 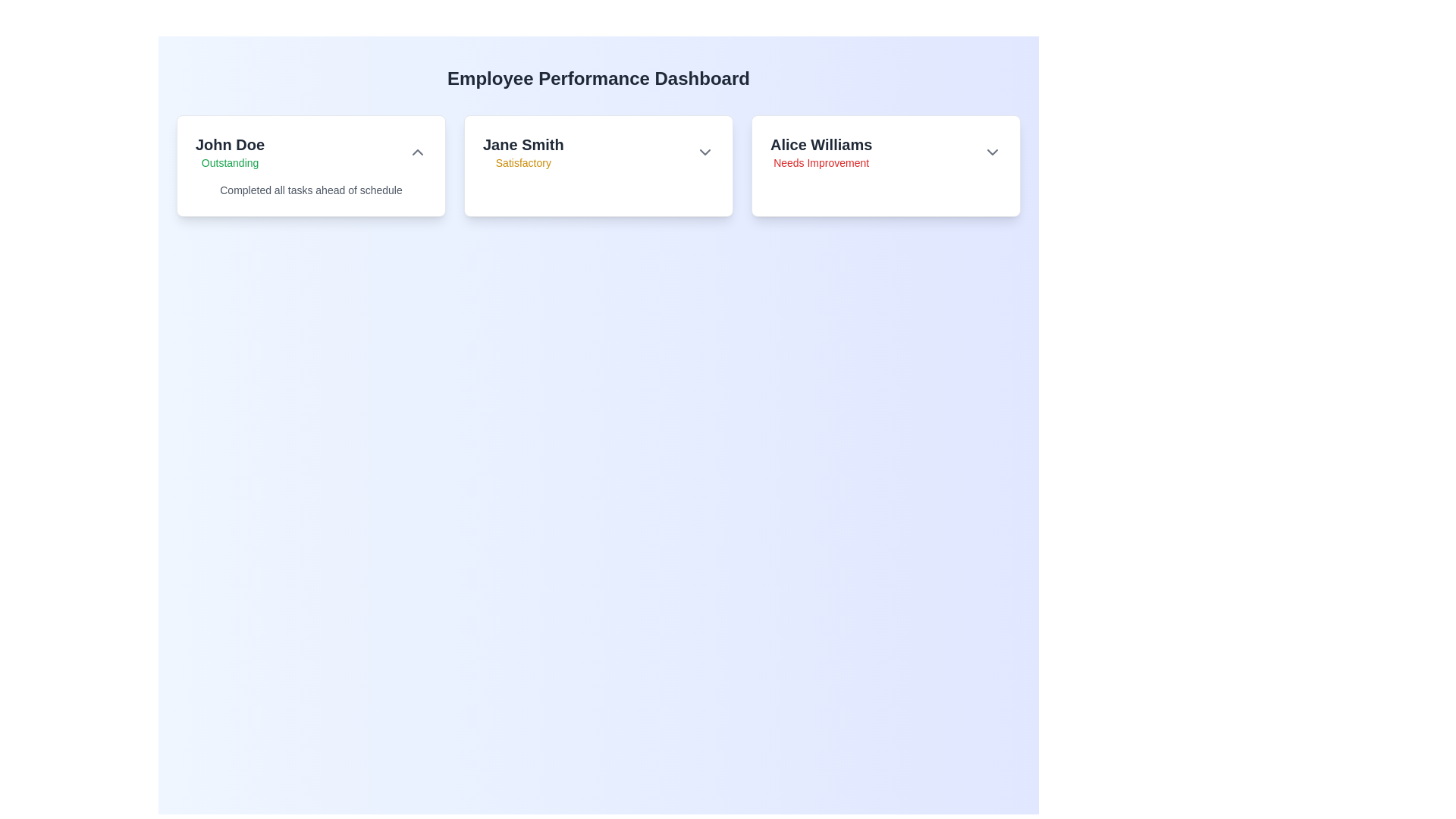 I want to click on the title text label indicating the name of an individual, located above the text 'Satisfactory' in the second card of a grid layout, so click(x=523, y=145).